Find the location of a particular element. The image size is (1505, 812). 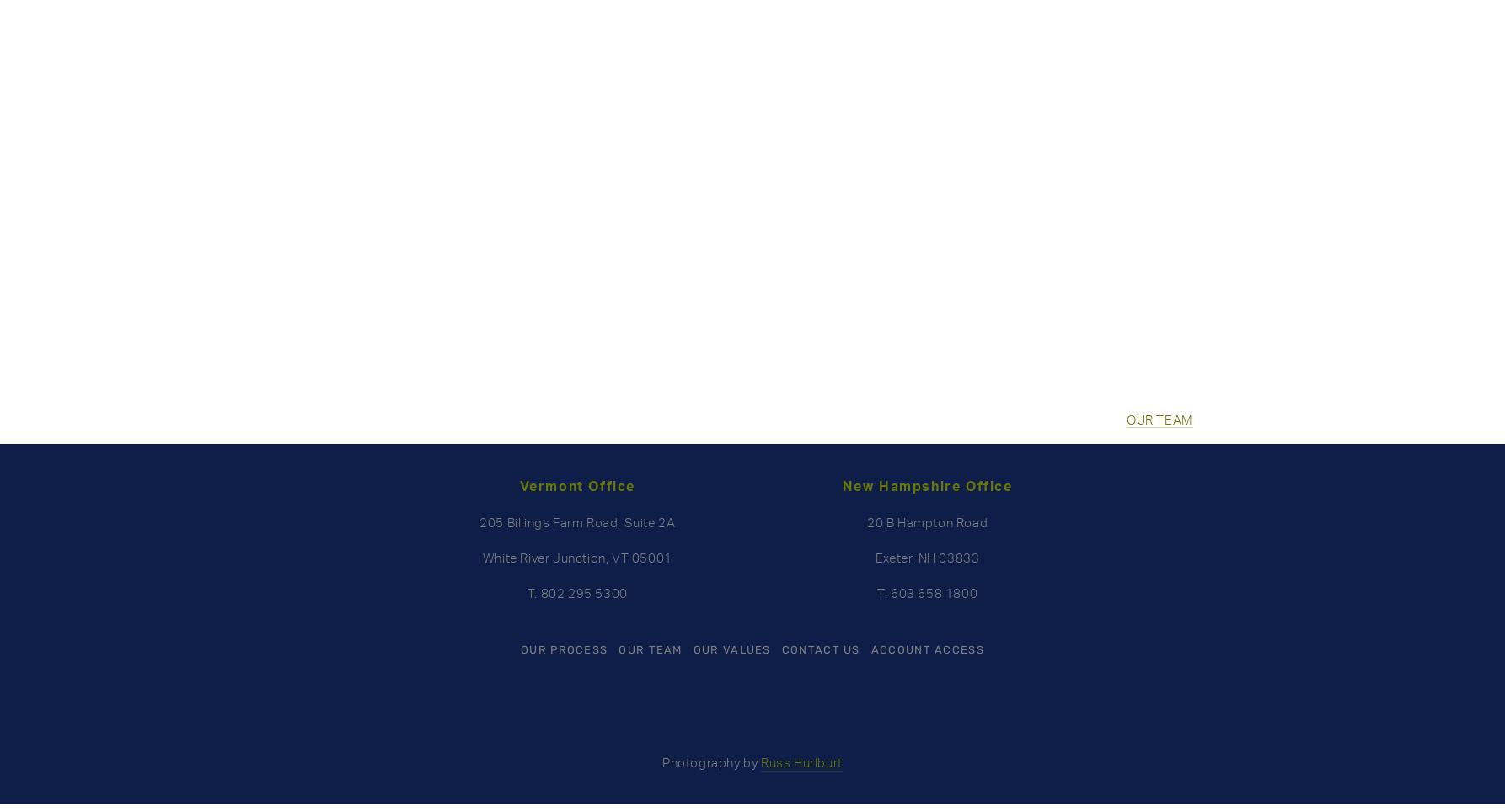

'White River Junction, VT 05001' is located at coordinates (481, 557).